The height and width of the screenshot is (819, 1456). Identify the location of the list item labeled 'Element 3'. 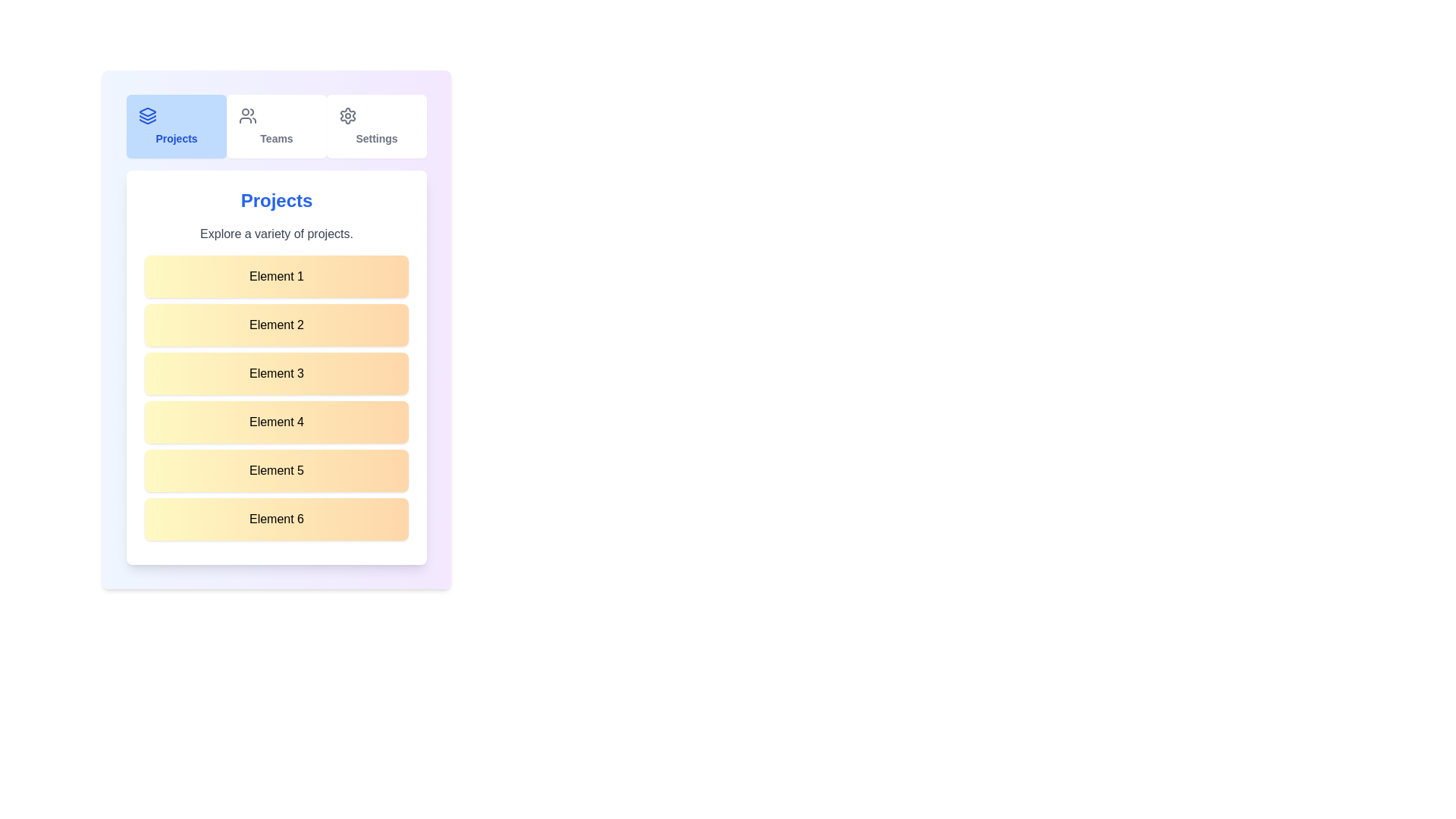
(276, 374).